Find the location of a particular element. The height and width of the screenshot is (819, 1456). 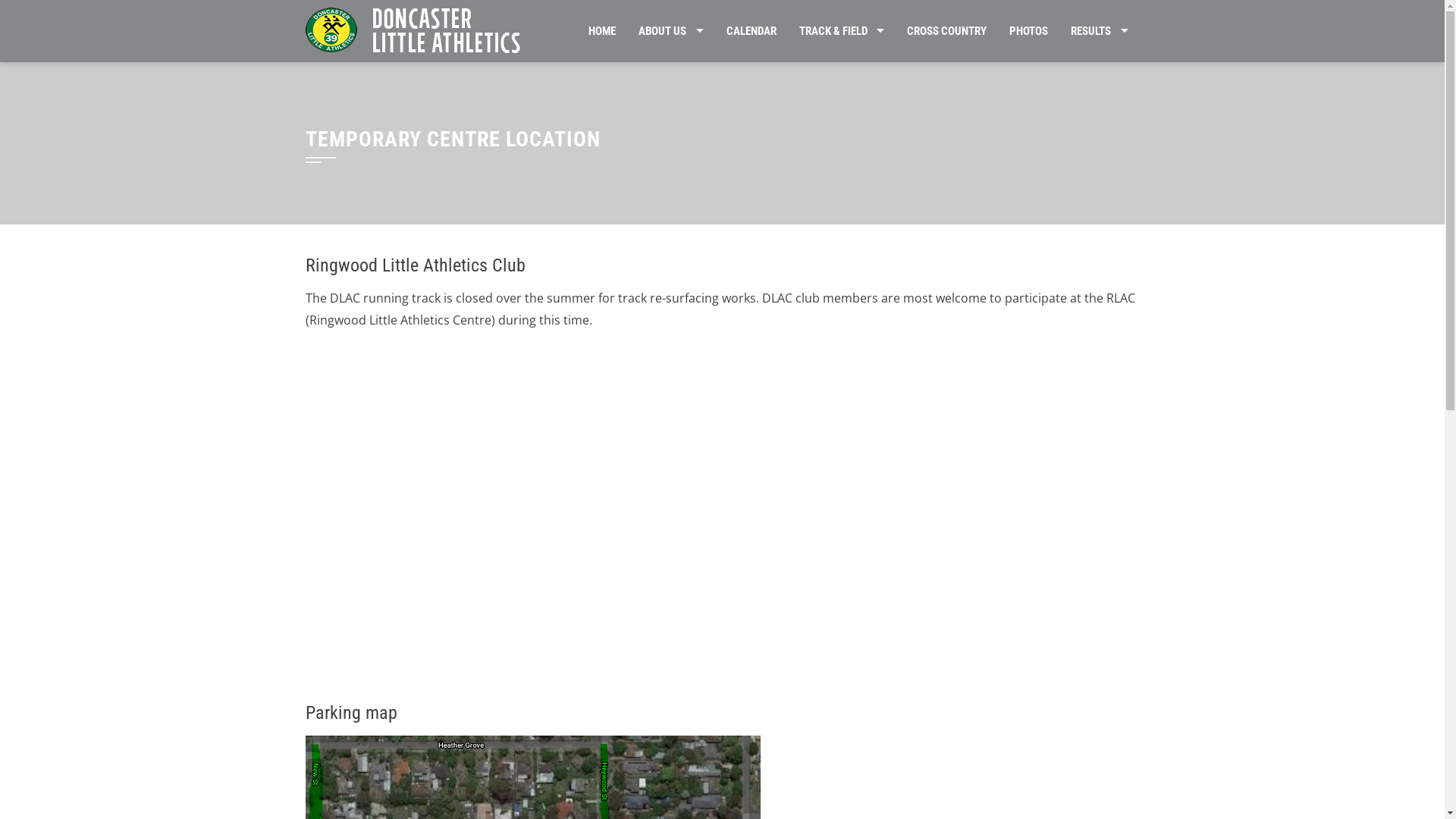

'TRACK & FIELD' is located at coordinates (786, 31).